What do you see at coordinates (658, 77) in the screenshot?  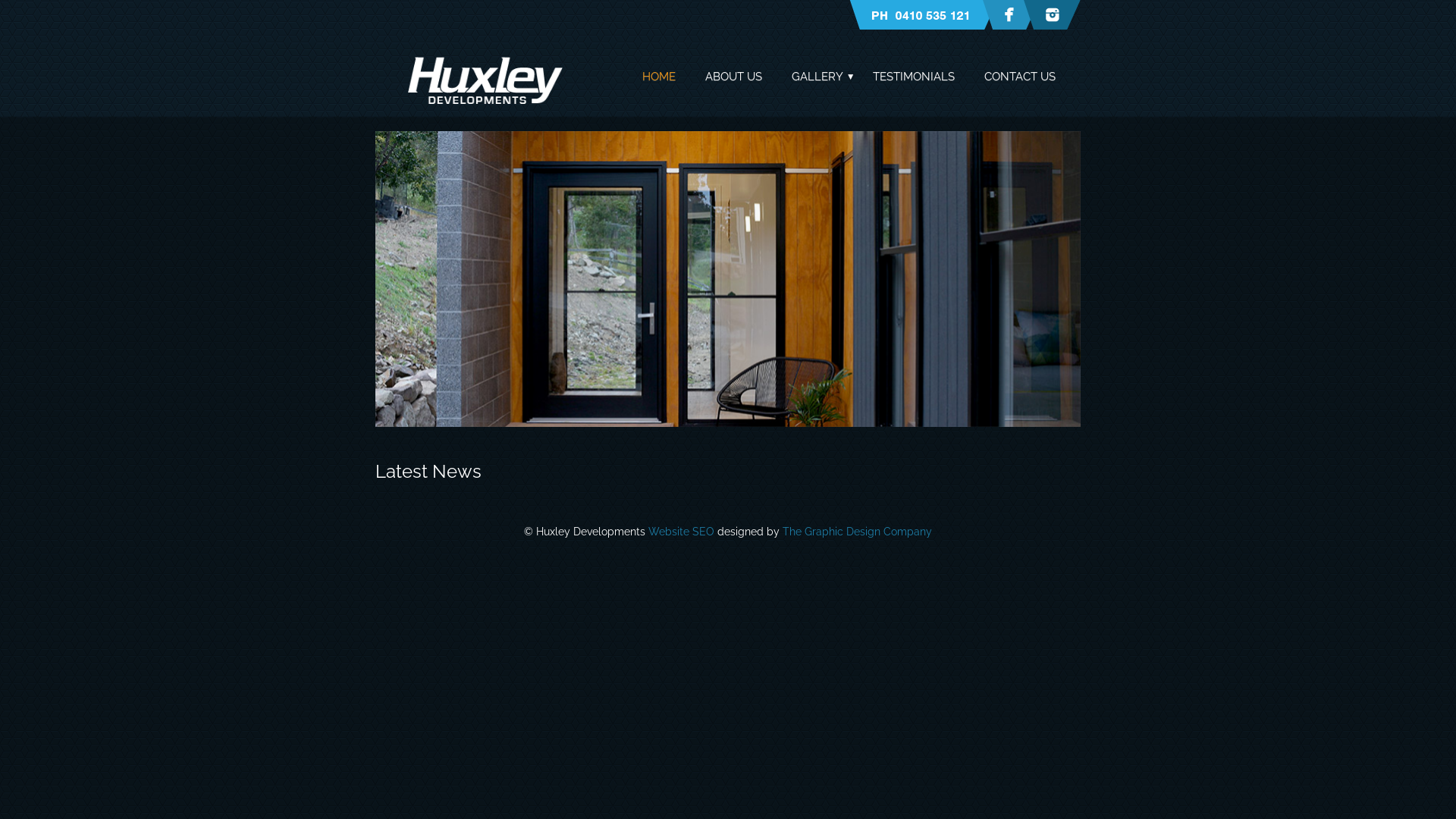 I see `'HOME'` at bounding box center [658, 77].